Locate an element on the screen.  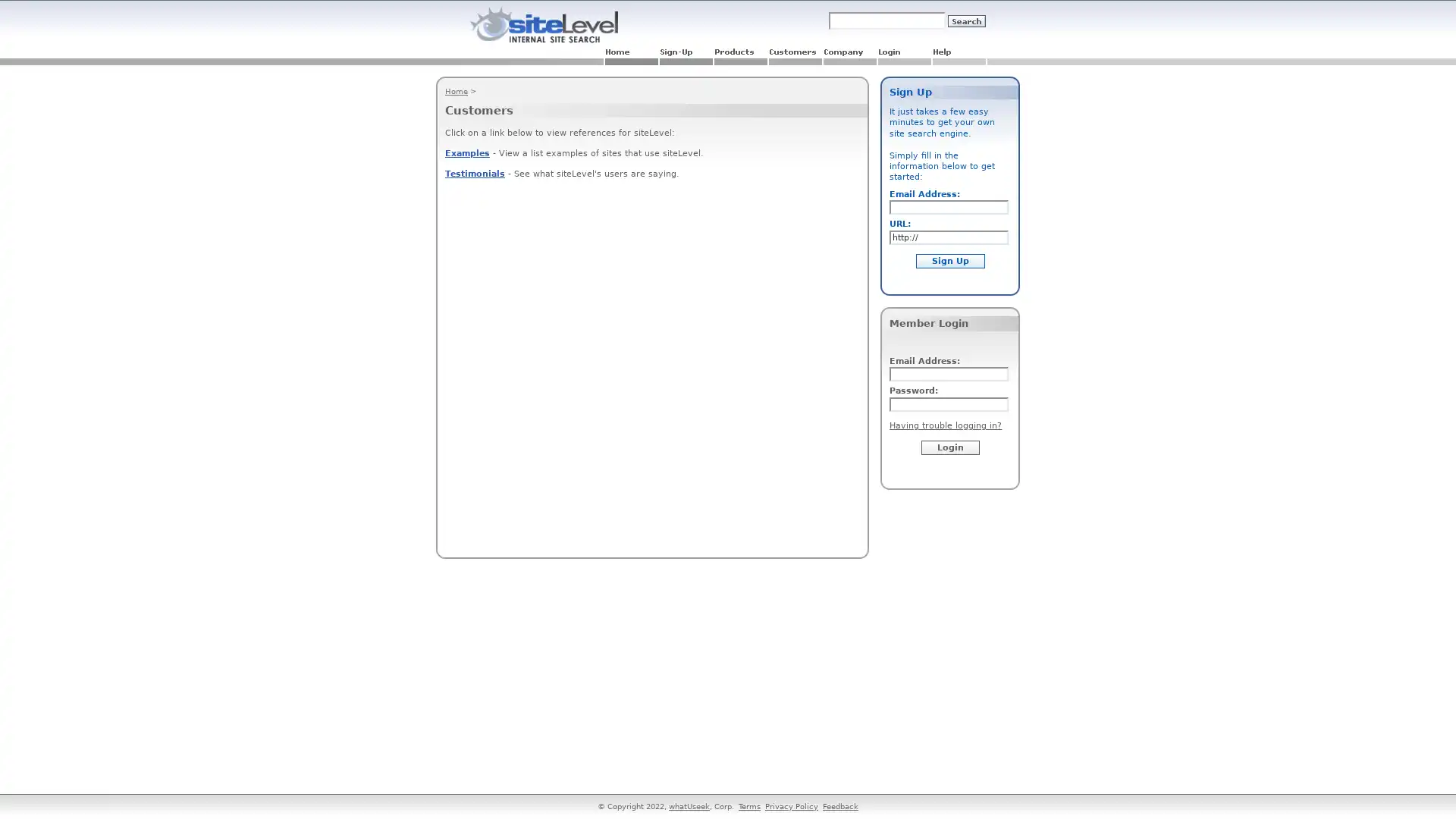
Submit is located at coordinates (966, 20).